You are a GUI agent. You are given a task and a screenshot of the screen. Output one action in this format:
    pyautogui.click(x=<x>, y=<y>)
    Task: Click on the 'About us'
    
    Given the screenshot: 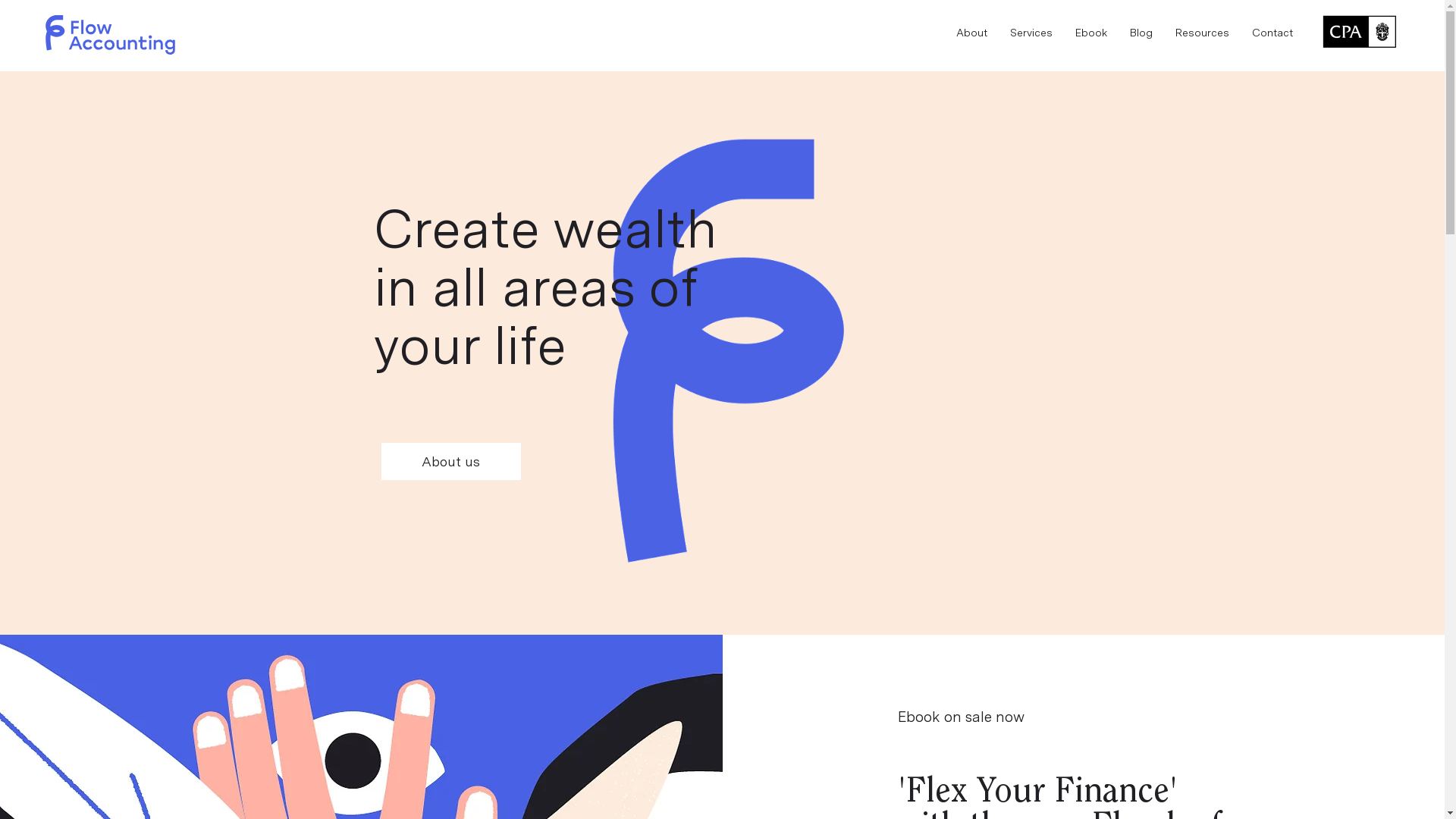 What is the action you would take?
    pyautogui.click(x=450, y=460)
    